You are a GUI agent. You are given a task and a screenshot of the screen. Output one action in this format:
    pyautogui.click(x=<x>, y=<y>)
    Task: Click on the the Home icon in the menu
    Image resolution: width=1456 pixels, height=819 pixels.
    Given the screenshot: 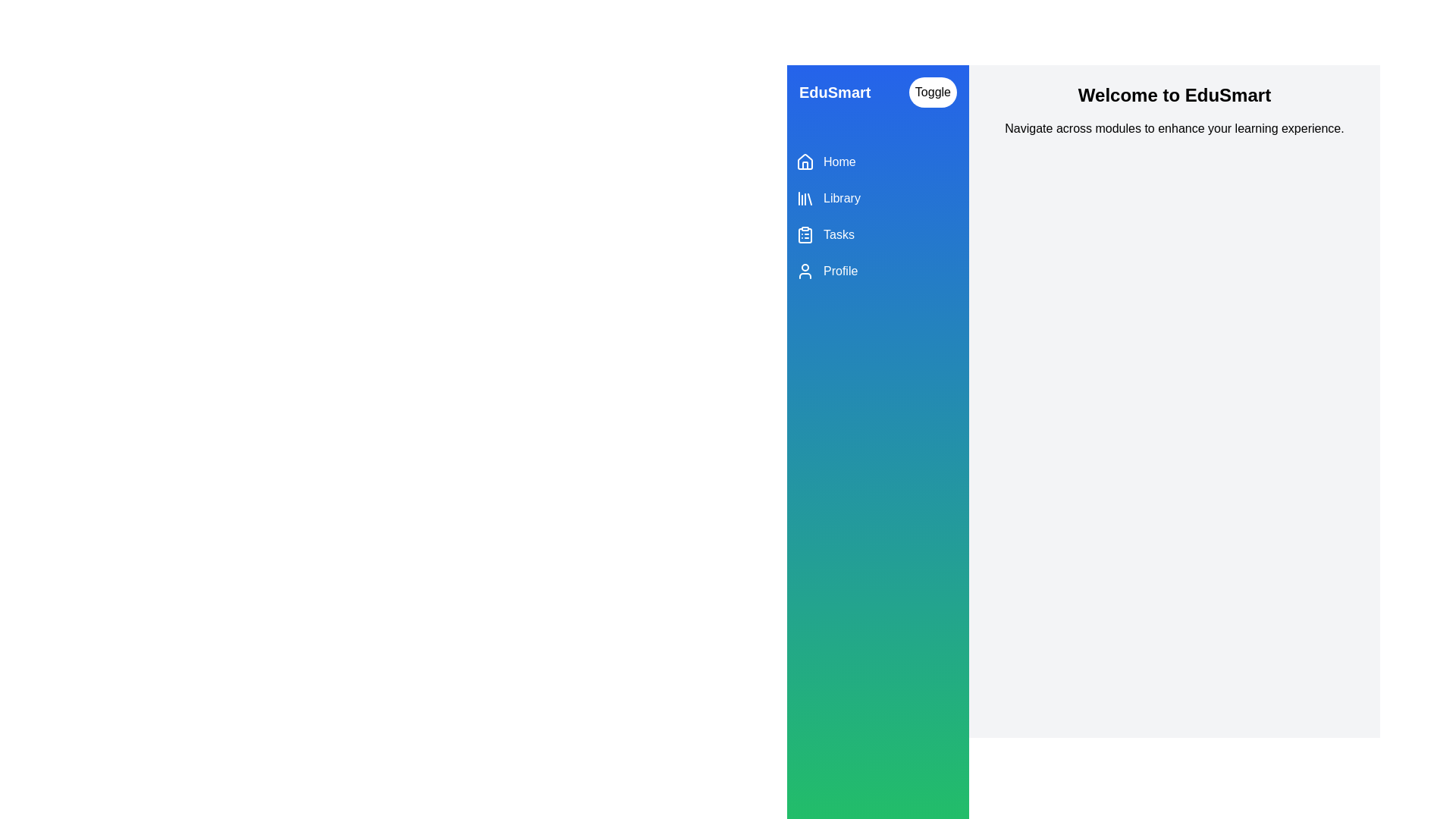 What is the action you would take?
    pyautogui.click(x=804, y=162)
    